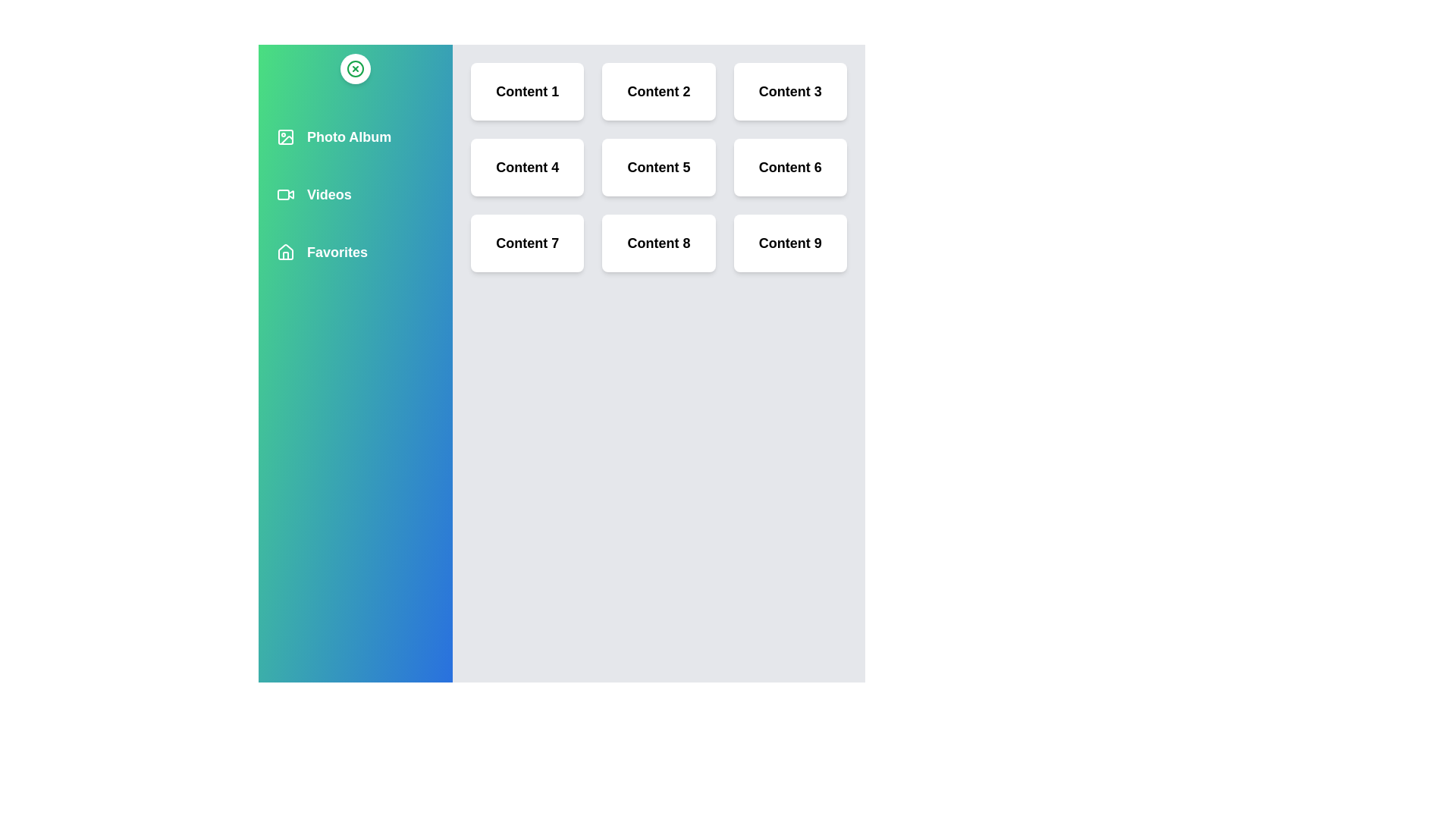 This screenshot has width=1456, height=819. I want to click on the multimedia item Favorites from the list, so click(359, 251).